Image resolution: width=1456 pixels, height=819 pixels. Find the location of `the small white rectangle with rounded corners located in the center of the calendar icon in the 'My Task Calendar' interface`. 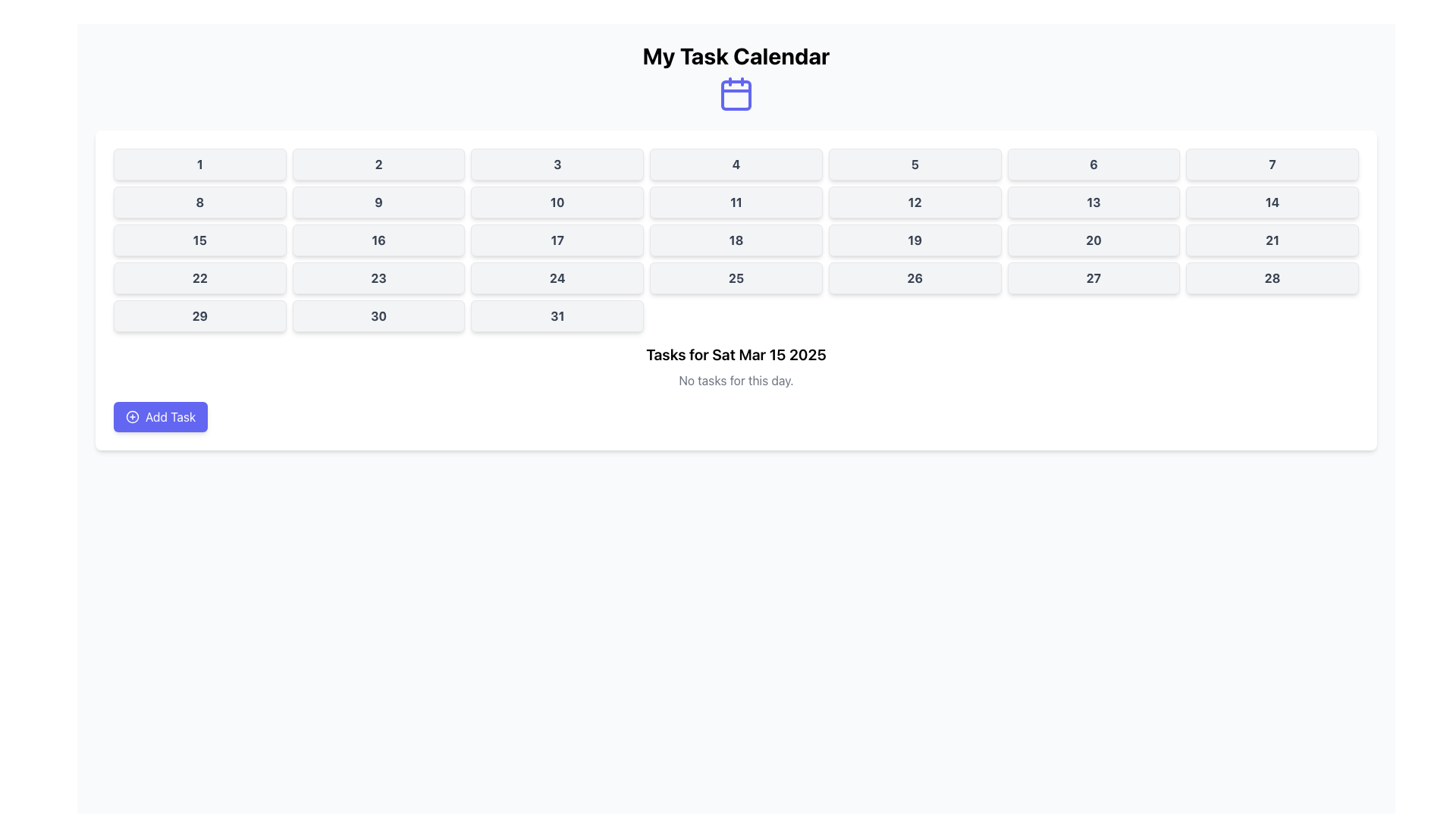

the small white rectangle with rounded corners located in the center of the calendar icon in the 'My Task Calendar' interface is located at coordinates (736, 96).